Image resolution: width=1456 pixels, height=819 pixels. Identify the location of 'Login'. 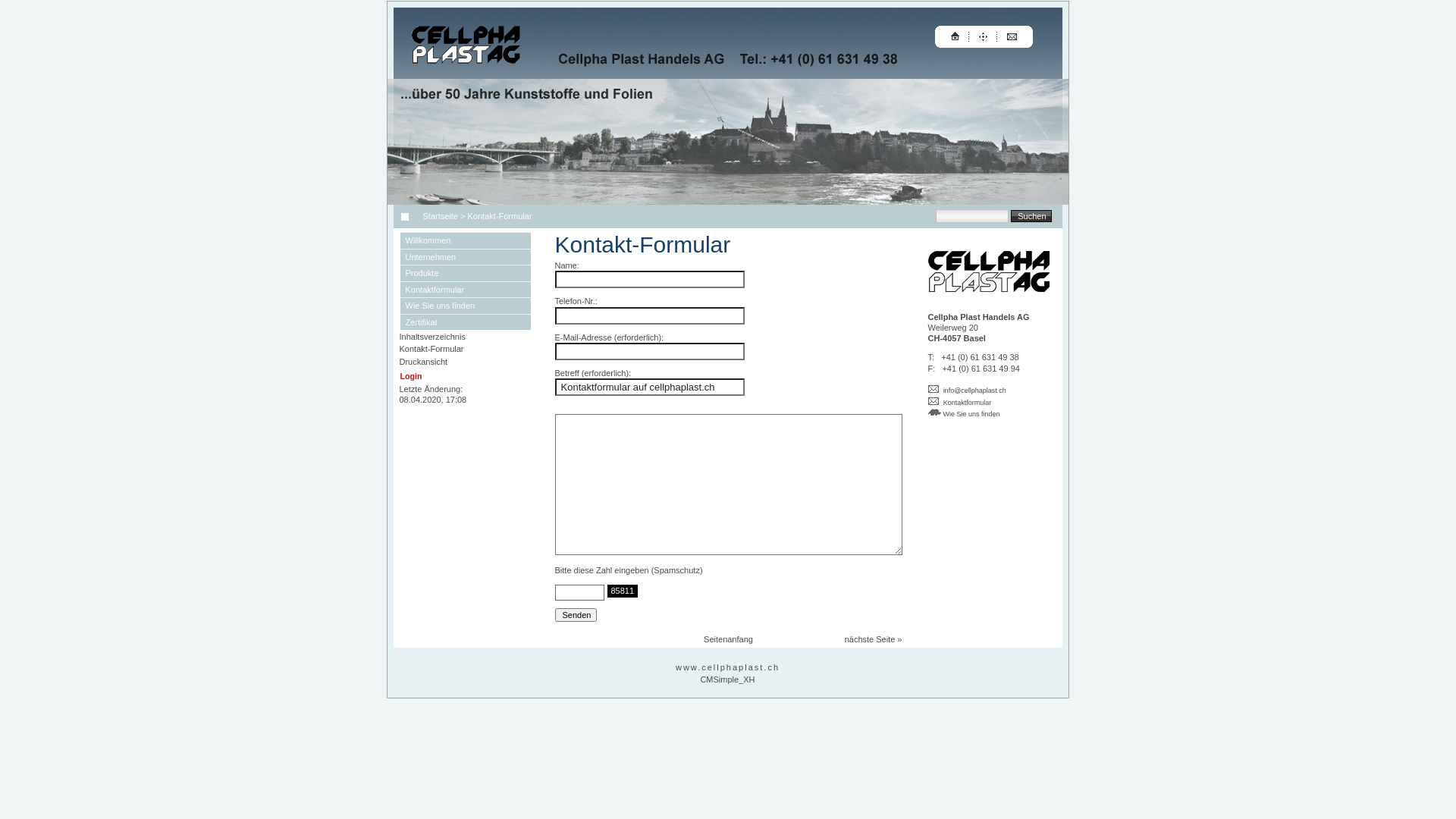
(411, 375).